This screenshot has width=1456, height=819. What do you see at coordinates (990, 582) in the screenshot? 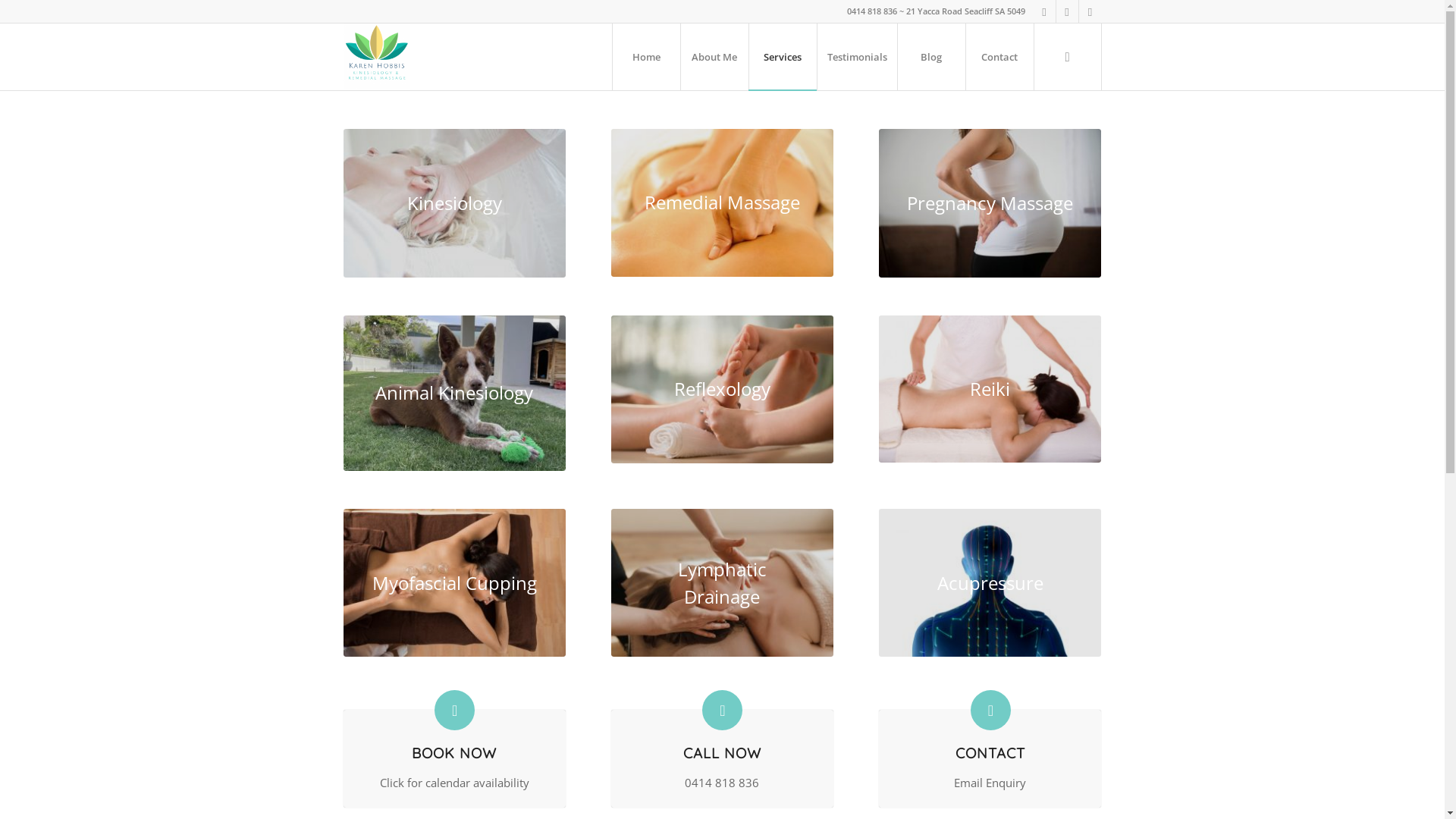
I see `'Acupressure'` at bounding box center [990, 582].